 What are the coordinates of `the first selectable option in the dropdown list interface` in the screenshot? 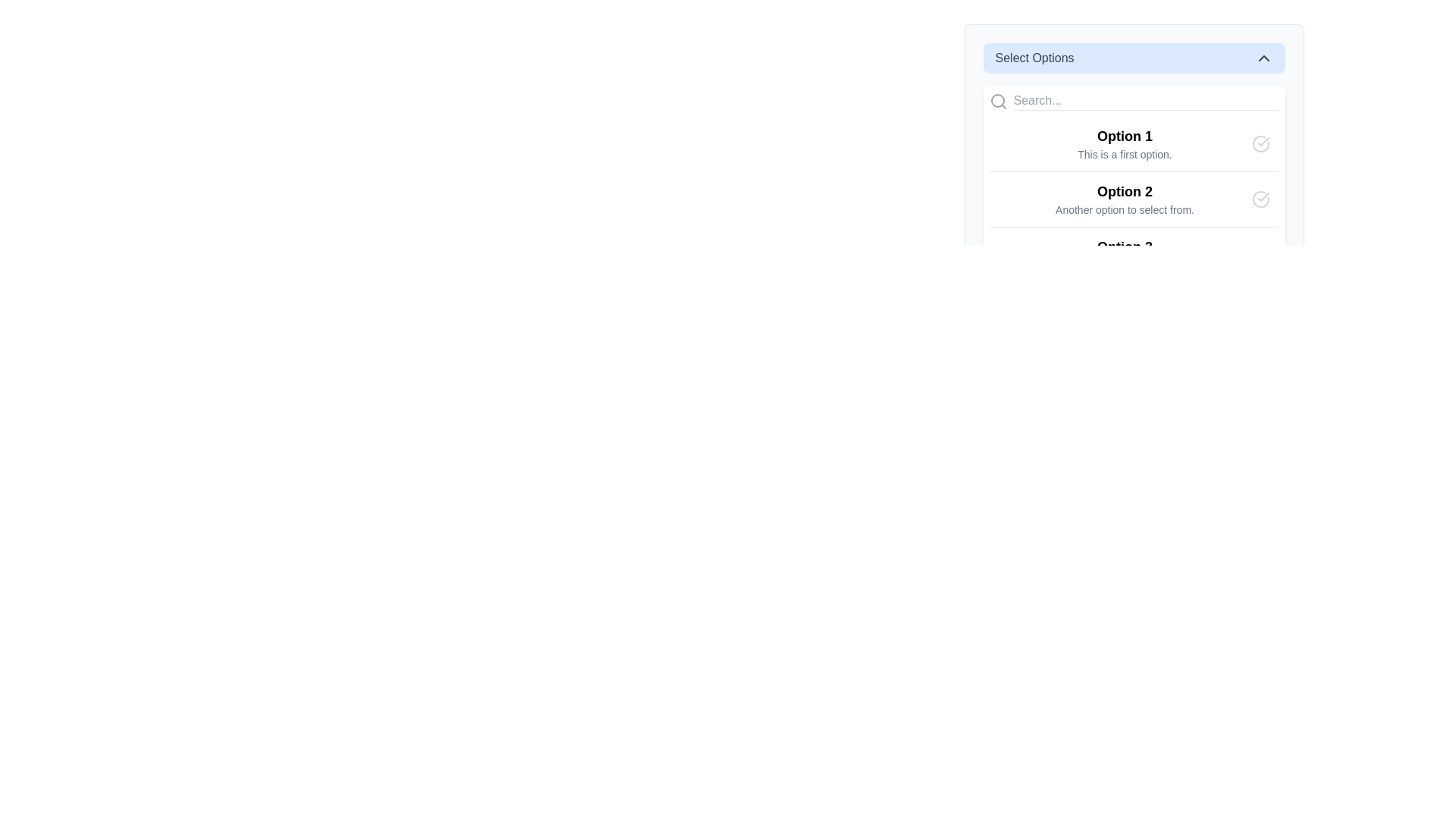 It's located at (1134, 165).